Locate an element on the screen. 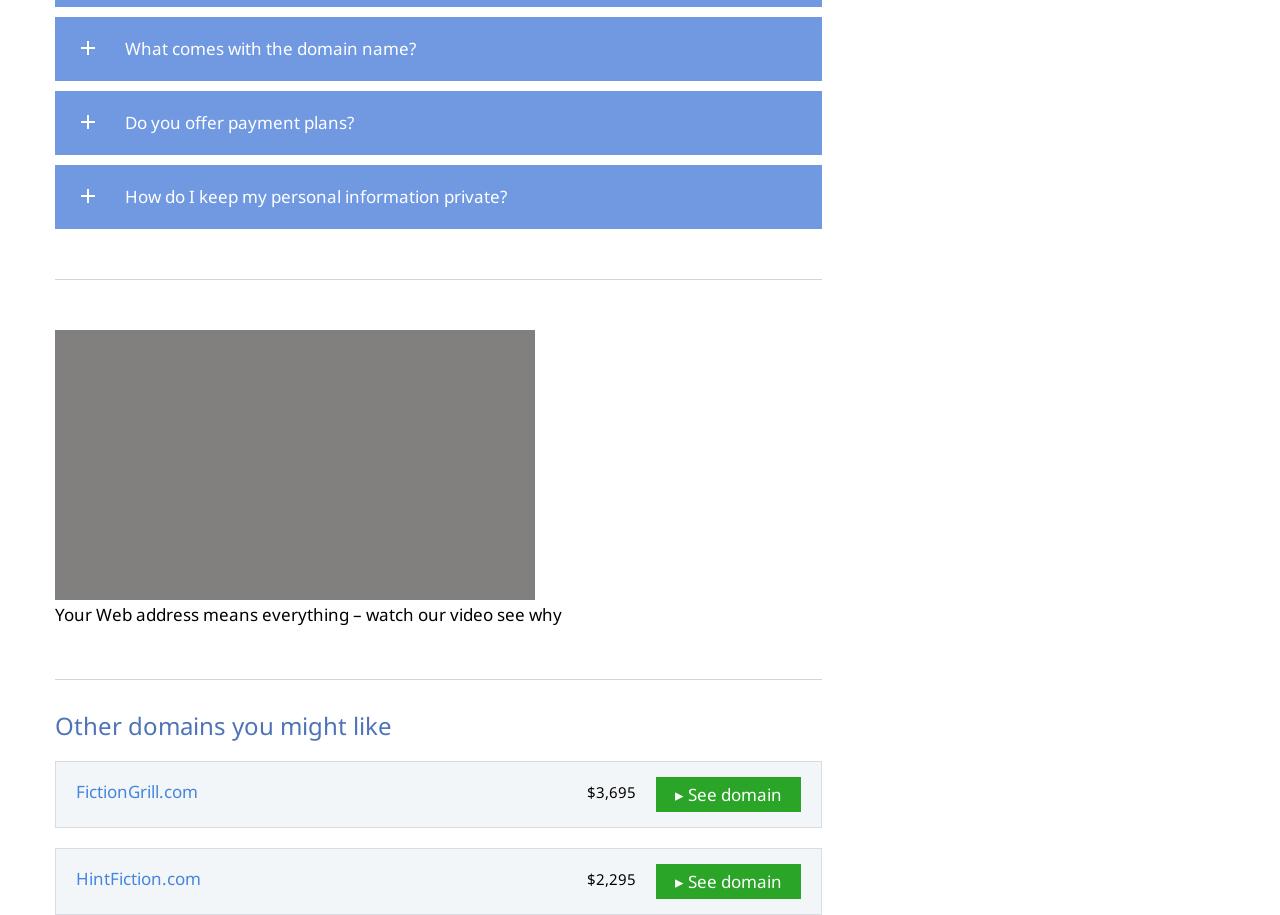 Image resolution: width=1280 pixels, height=915 pixels. 'FictionGrill.com' is located at coordinates (135, 790).